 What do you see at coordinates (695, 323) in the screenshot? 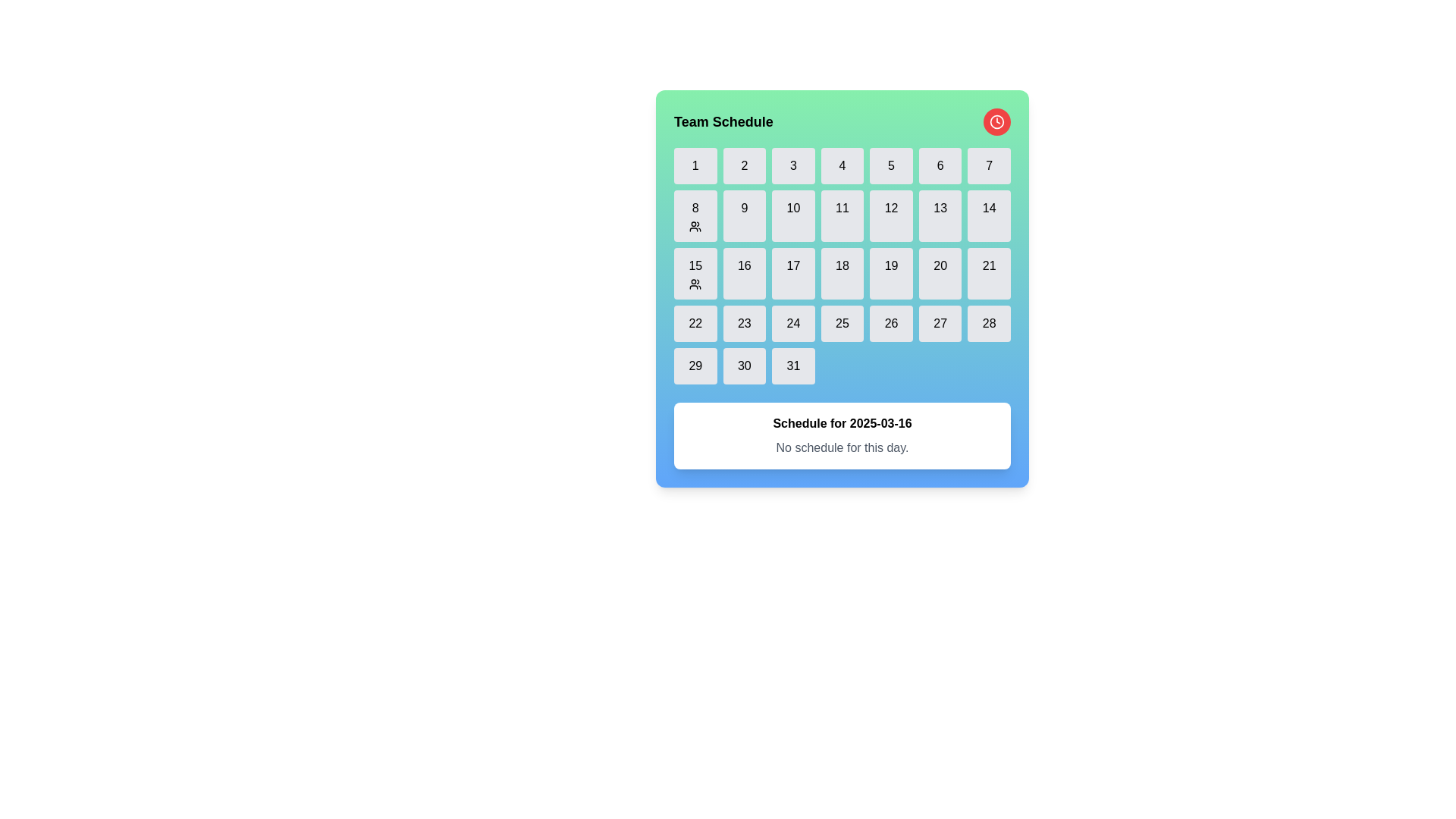
I see `the rounded rectangular button displaying the number '22' in bold black font` at bounding box center [695, 323].